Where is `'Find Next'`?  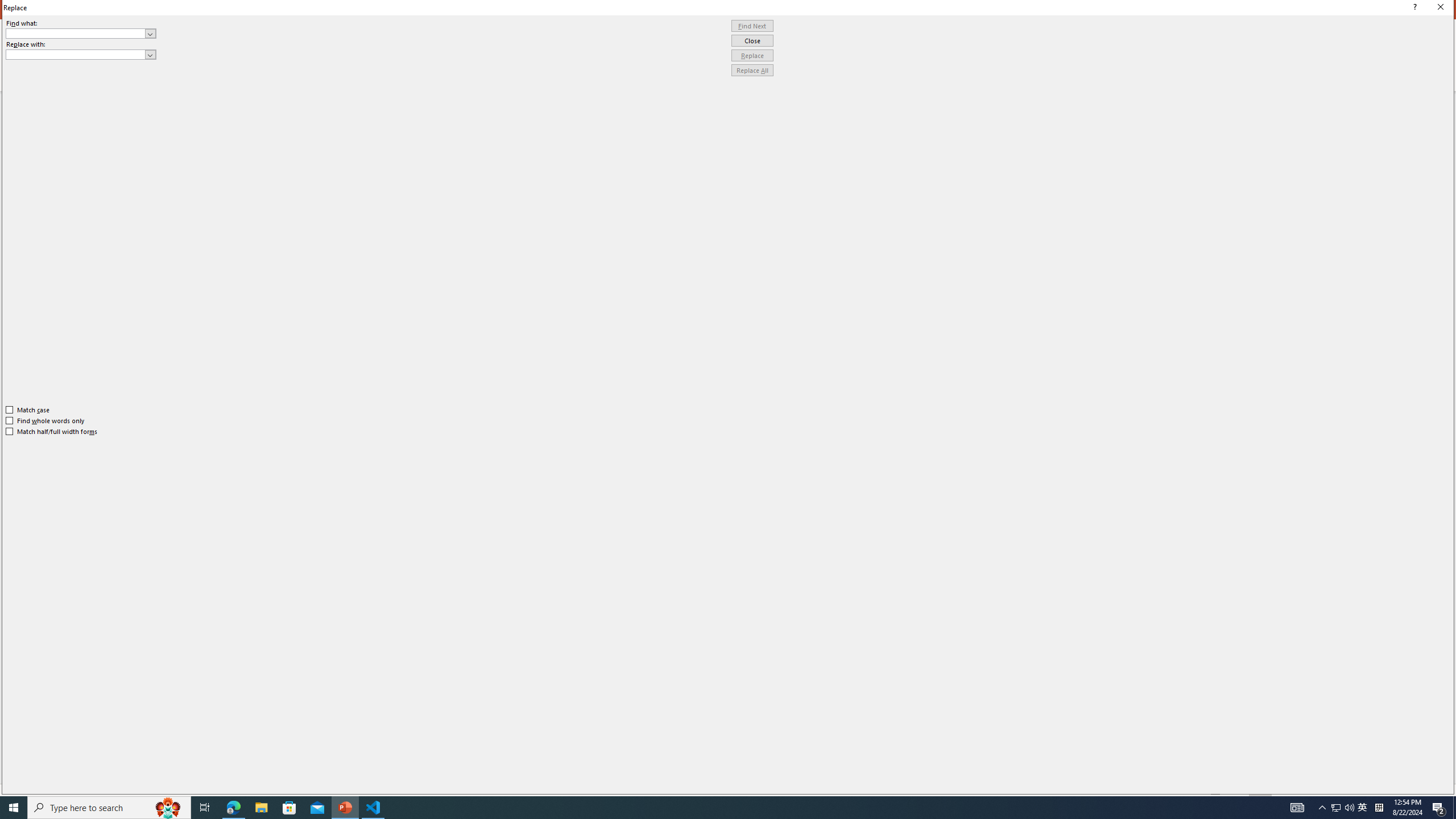
'Find Next' is located at coordinates (752, 26).